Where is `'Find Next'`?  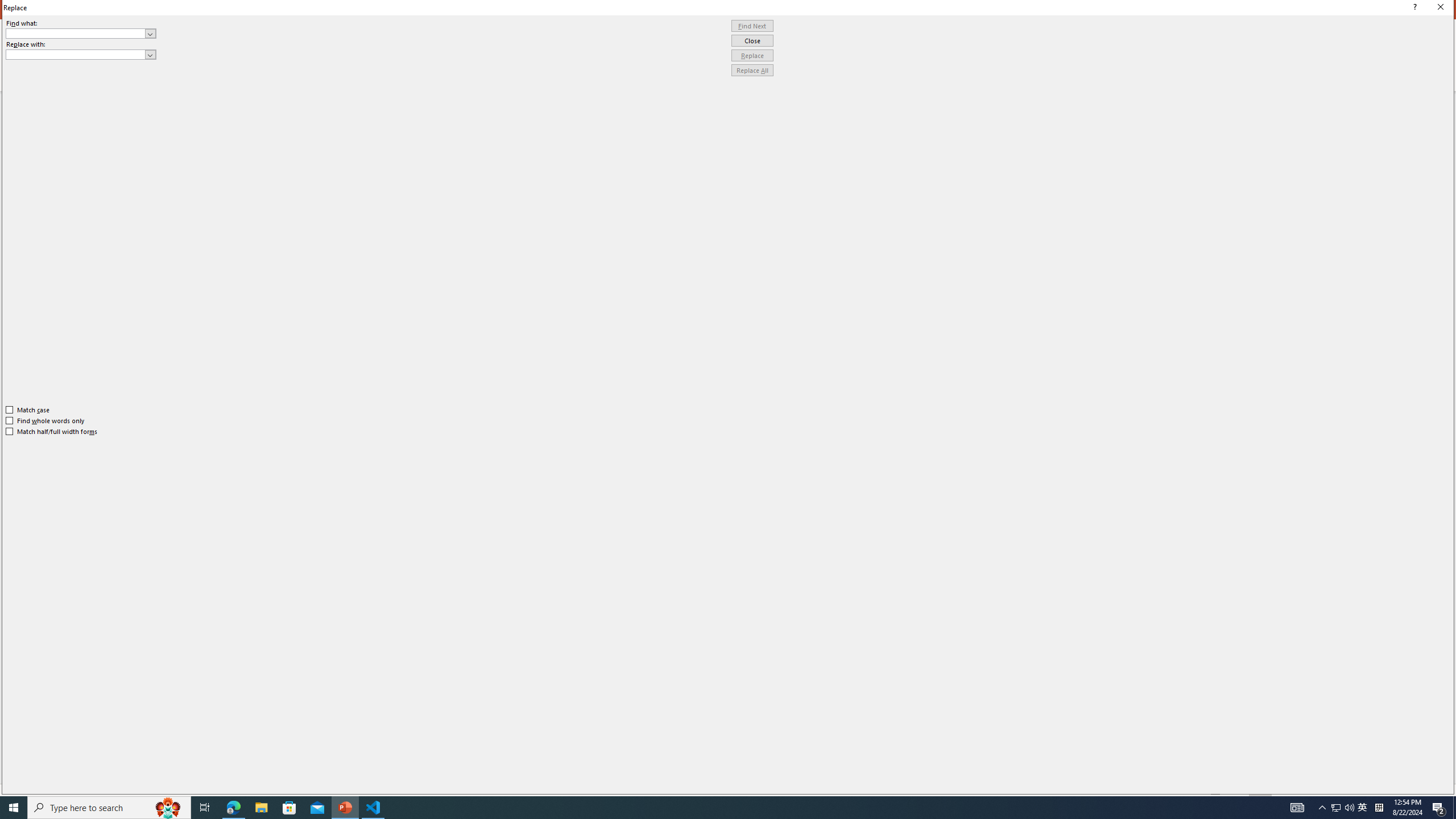
'Find Next' is located at coordinates (752, 26).